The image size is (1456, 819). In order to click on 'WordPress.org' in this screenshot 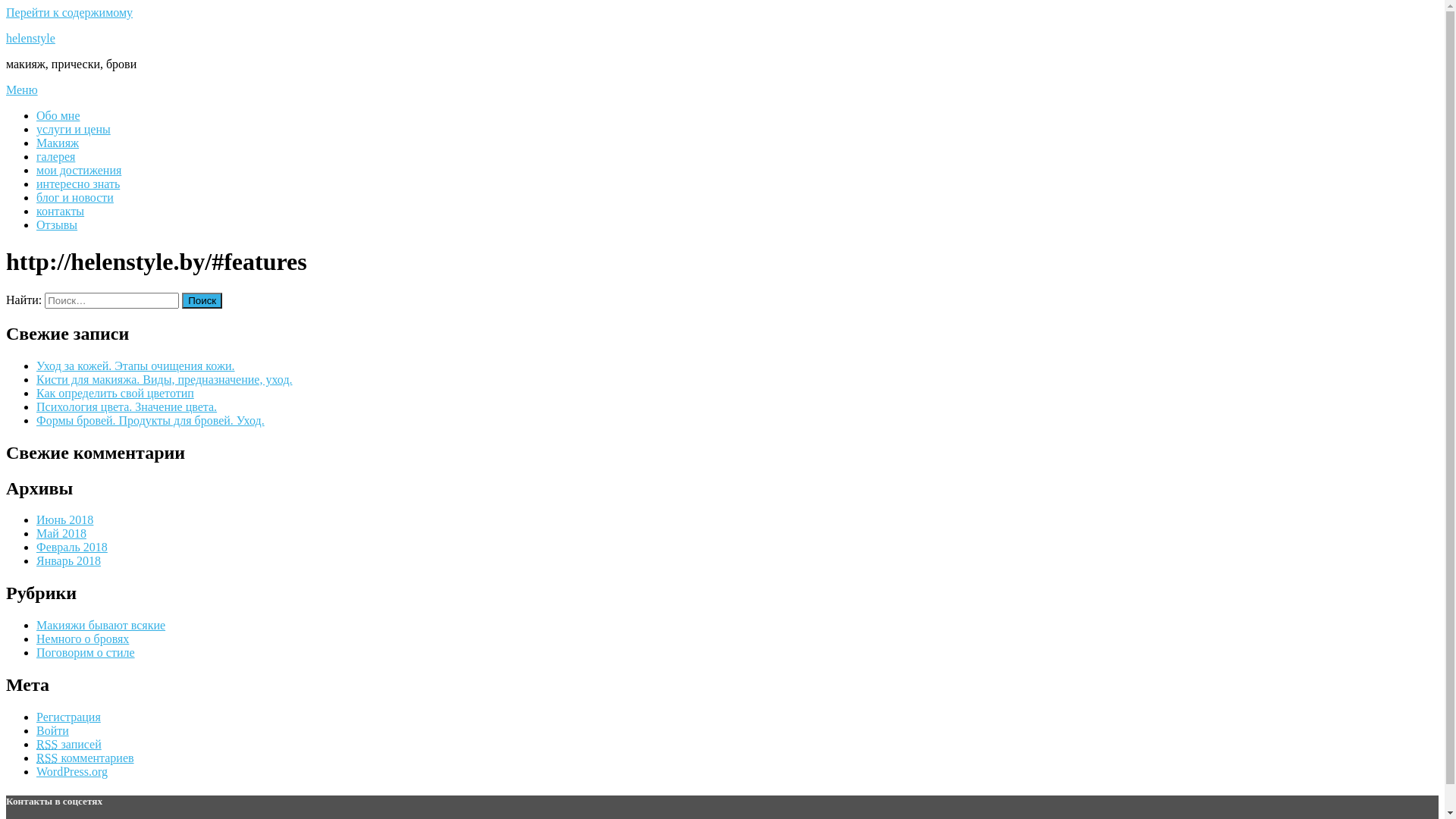, I will do `click(71, 771)`.